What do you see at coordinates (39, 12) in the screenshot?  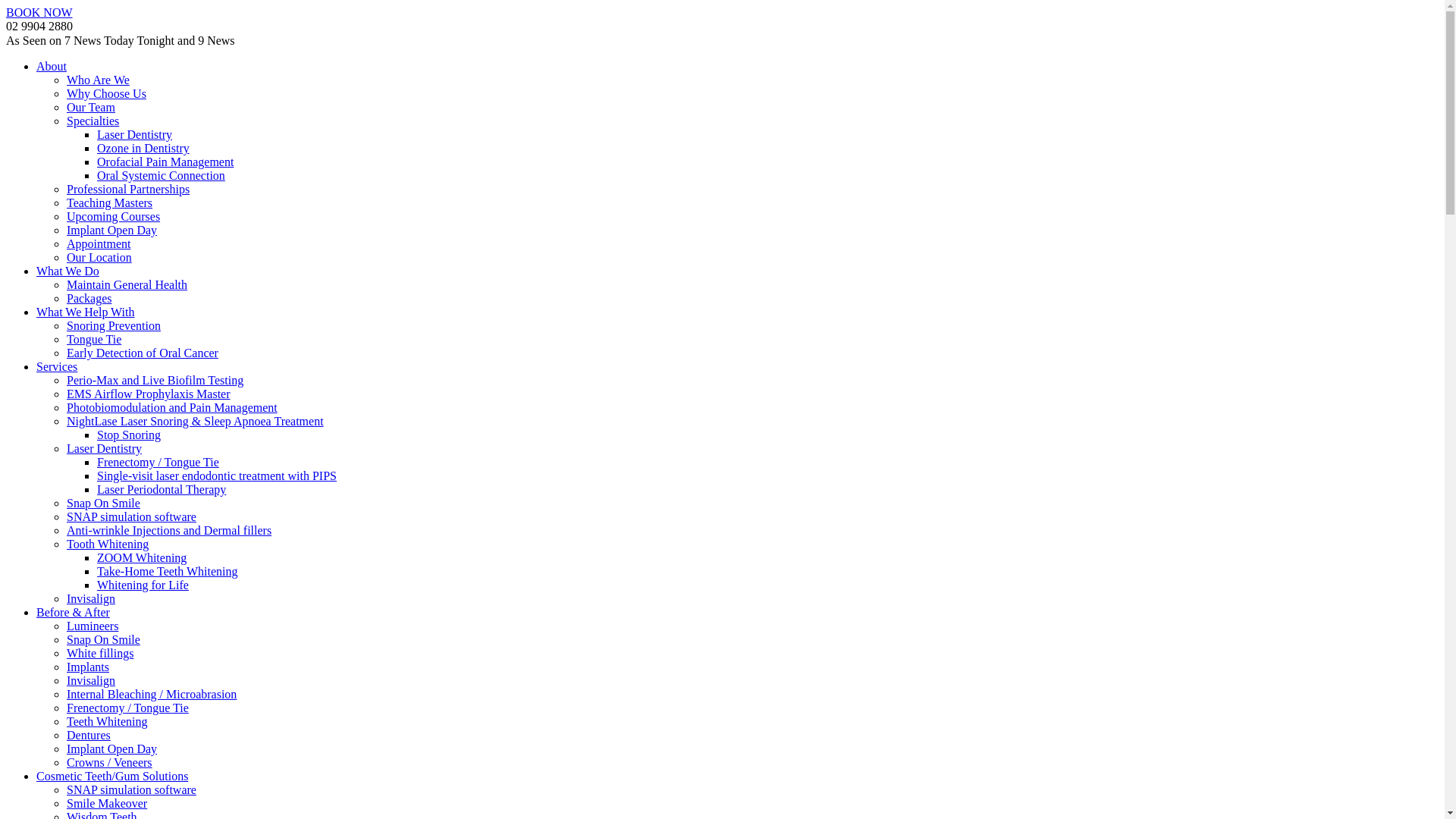 I see `'BOOK NOW'` at bounding box center [39, 12].